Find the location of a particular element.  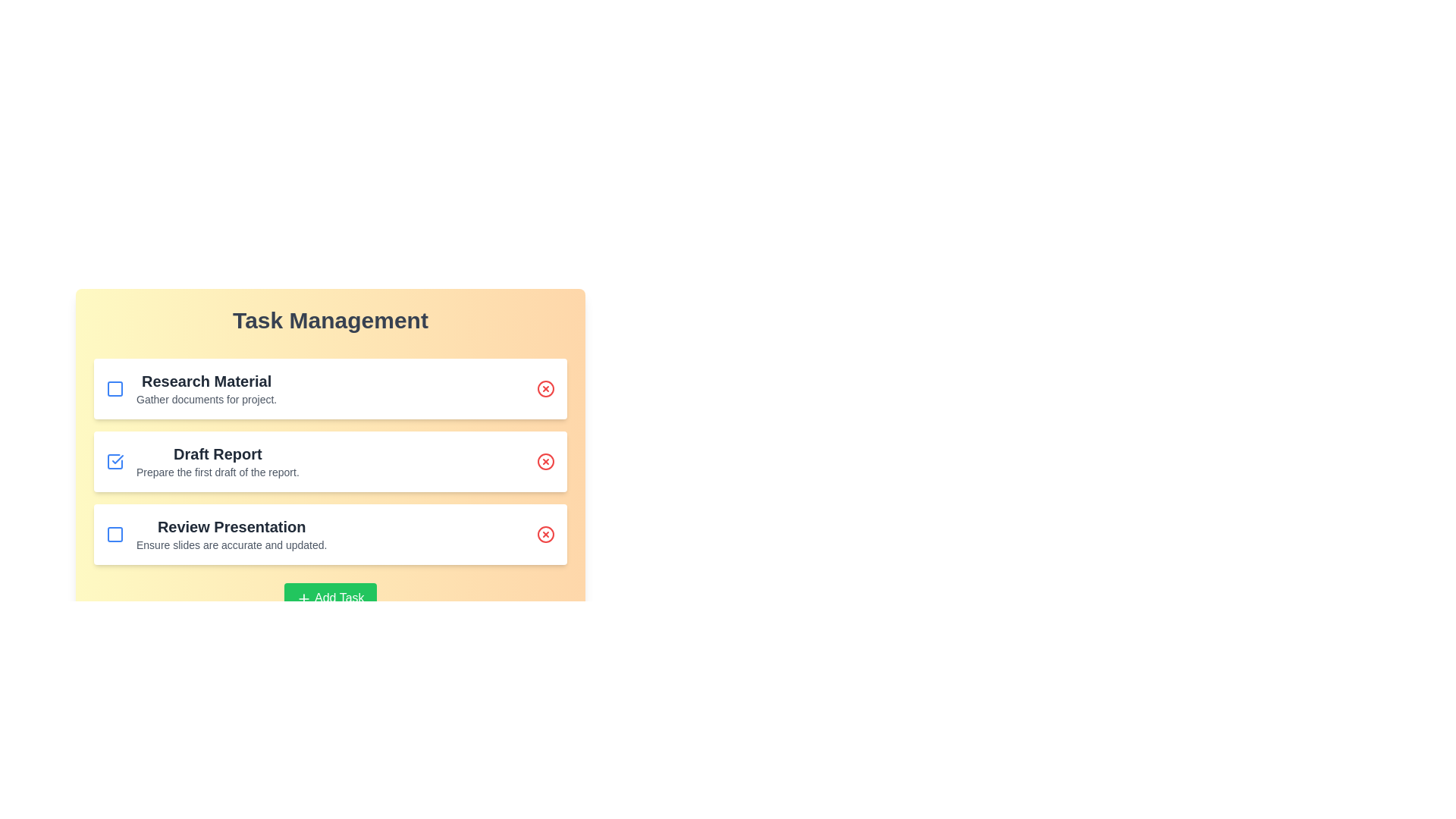

delete button for the task titled Research Material is located at coordinates (546, 388).